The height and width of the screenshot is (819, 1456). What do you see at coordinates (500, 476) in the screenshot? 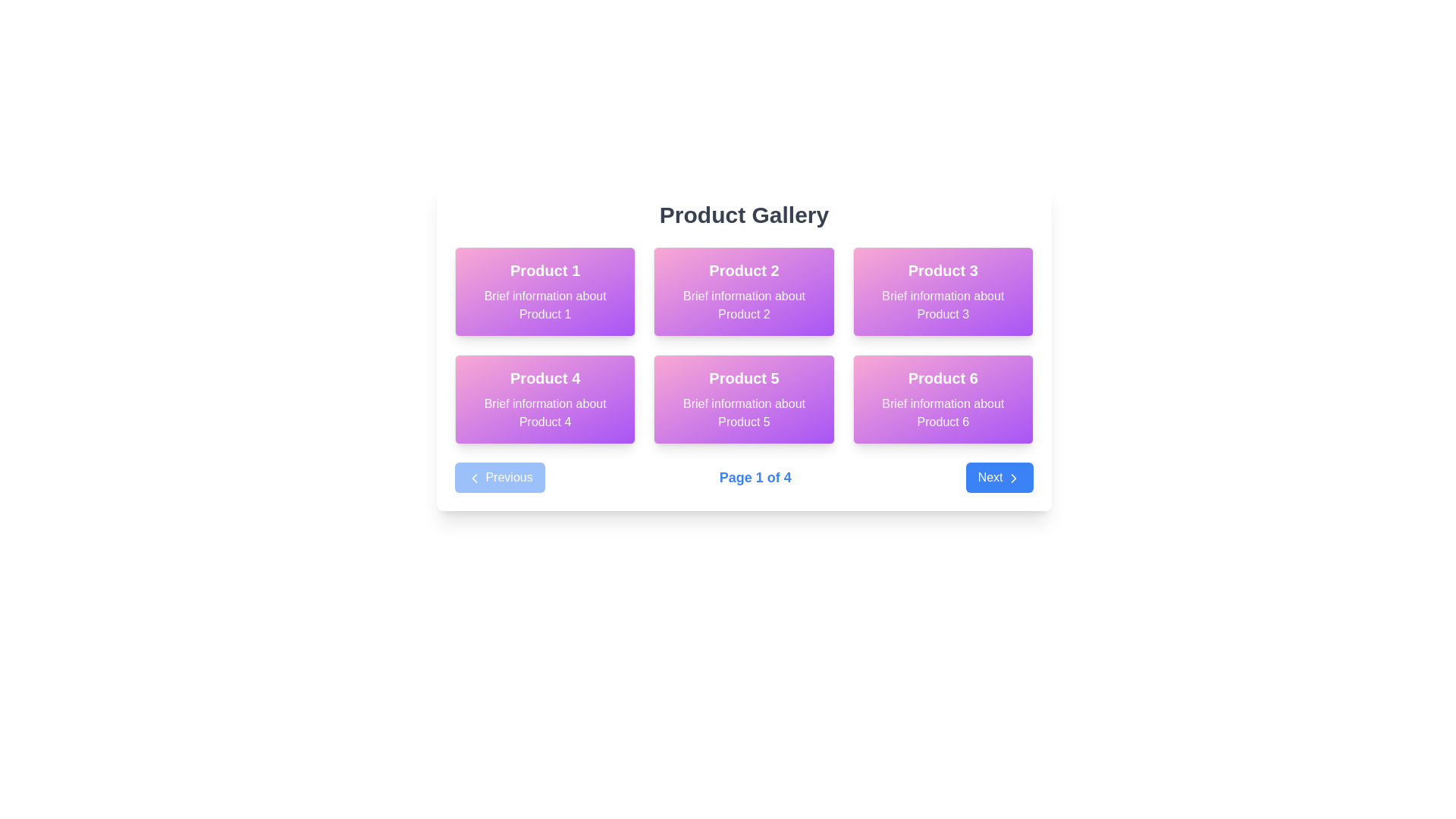
I see `the 'Previous' button, which has a blue background, white text, and a left-chevron icon, located to the left of the 'Page 1 of 4' label in the pagination section` at bounding box center [500, 476].